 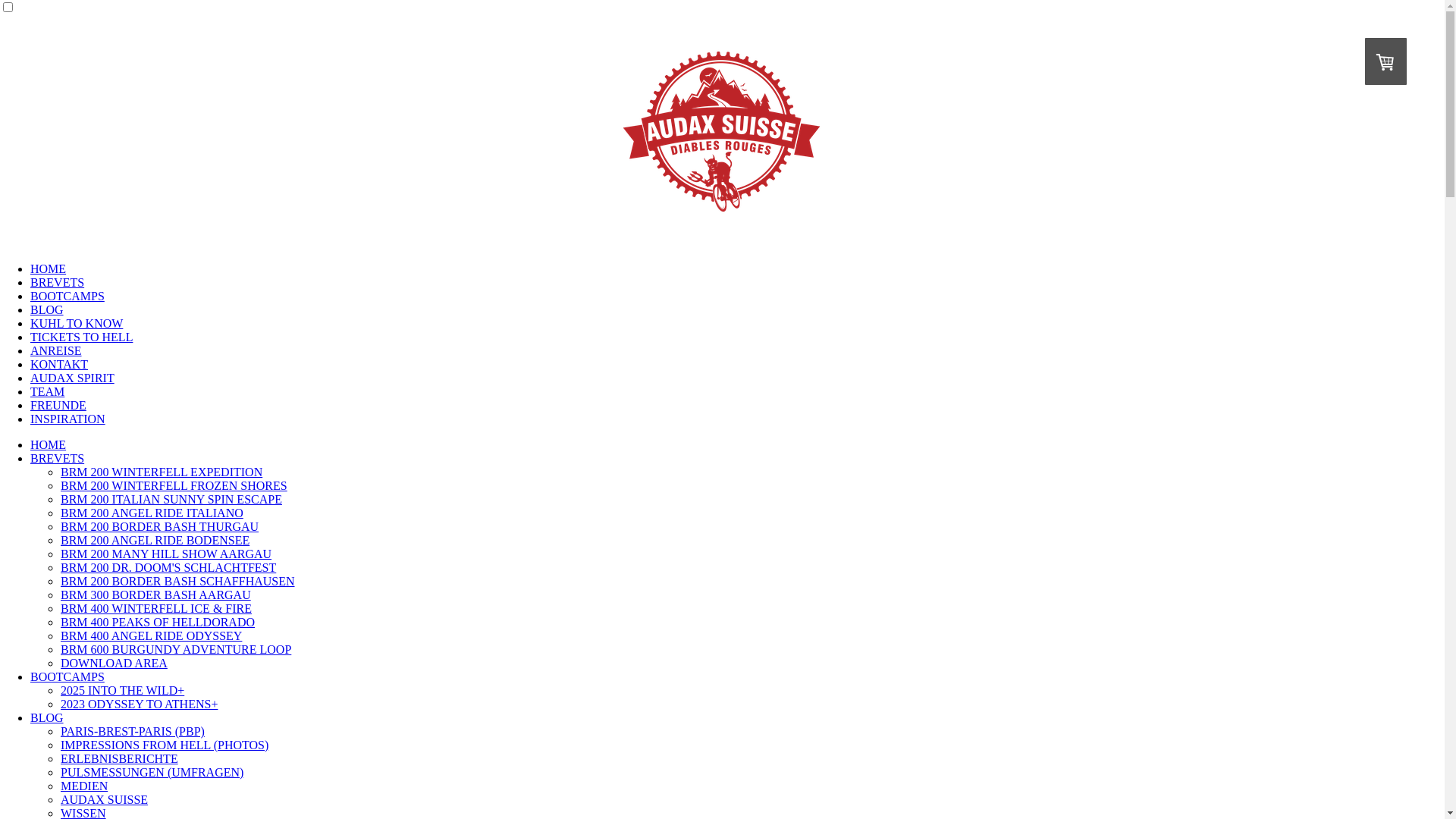 I want to click on 'AUDAX SUISSE', so click(x=103, y=799).